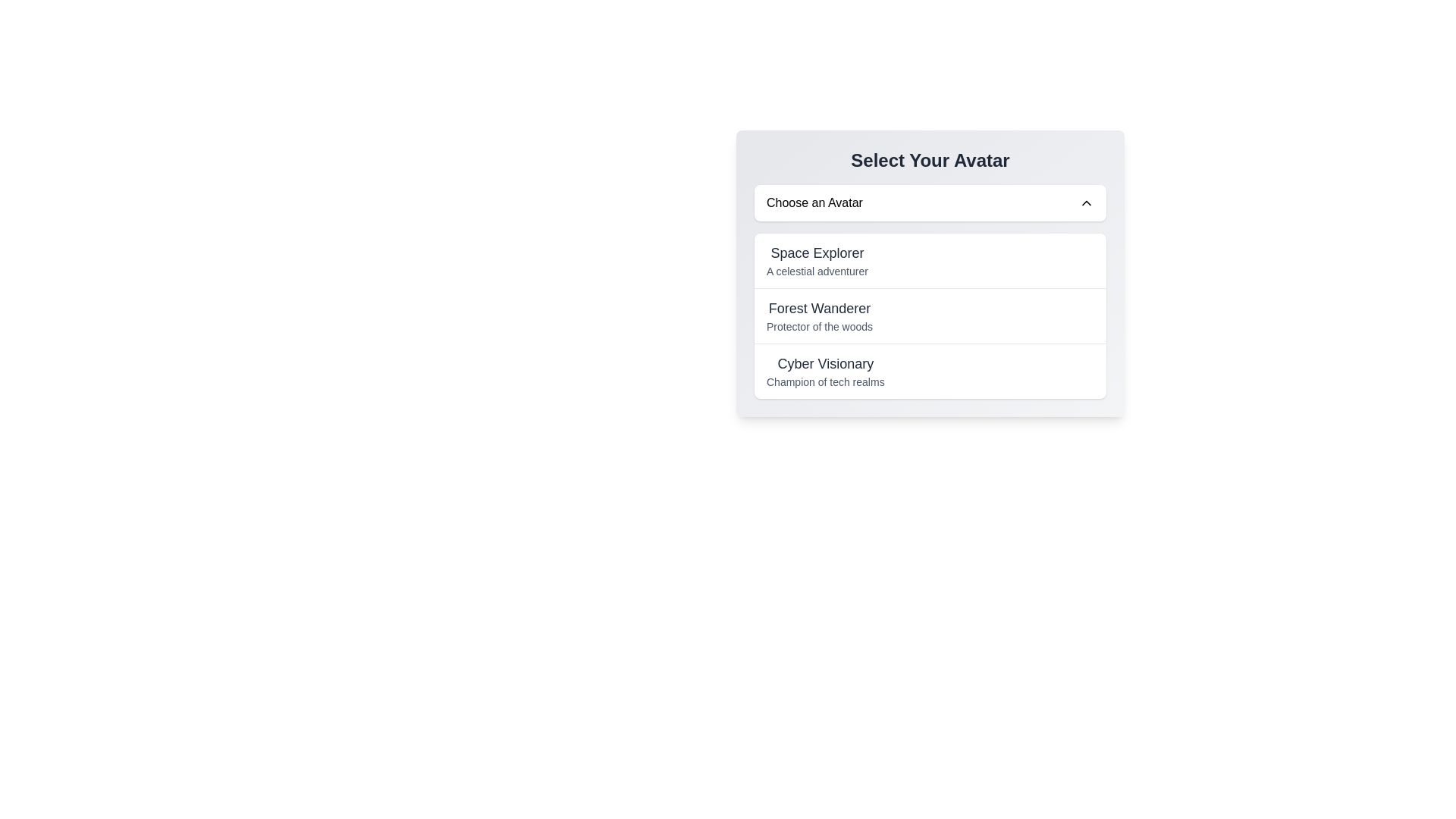 Image resolution: width=1456 pixels, height=819 pixels. What do you see at coordinates (818, 308) in the screenshot?
I see `the static text label displaying the title 'Forest Wanderer', which is styled as a header in dark gray, located in the dropdown selection of avatars` at bounding box center [818, 308].